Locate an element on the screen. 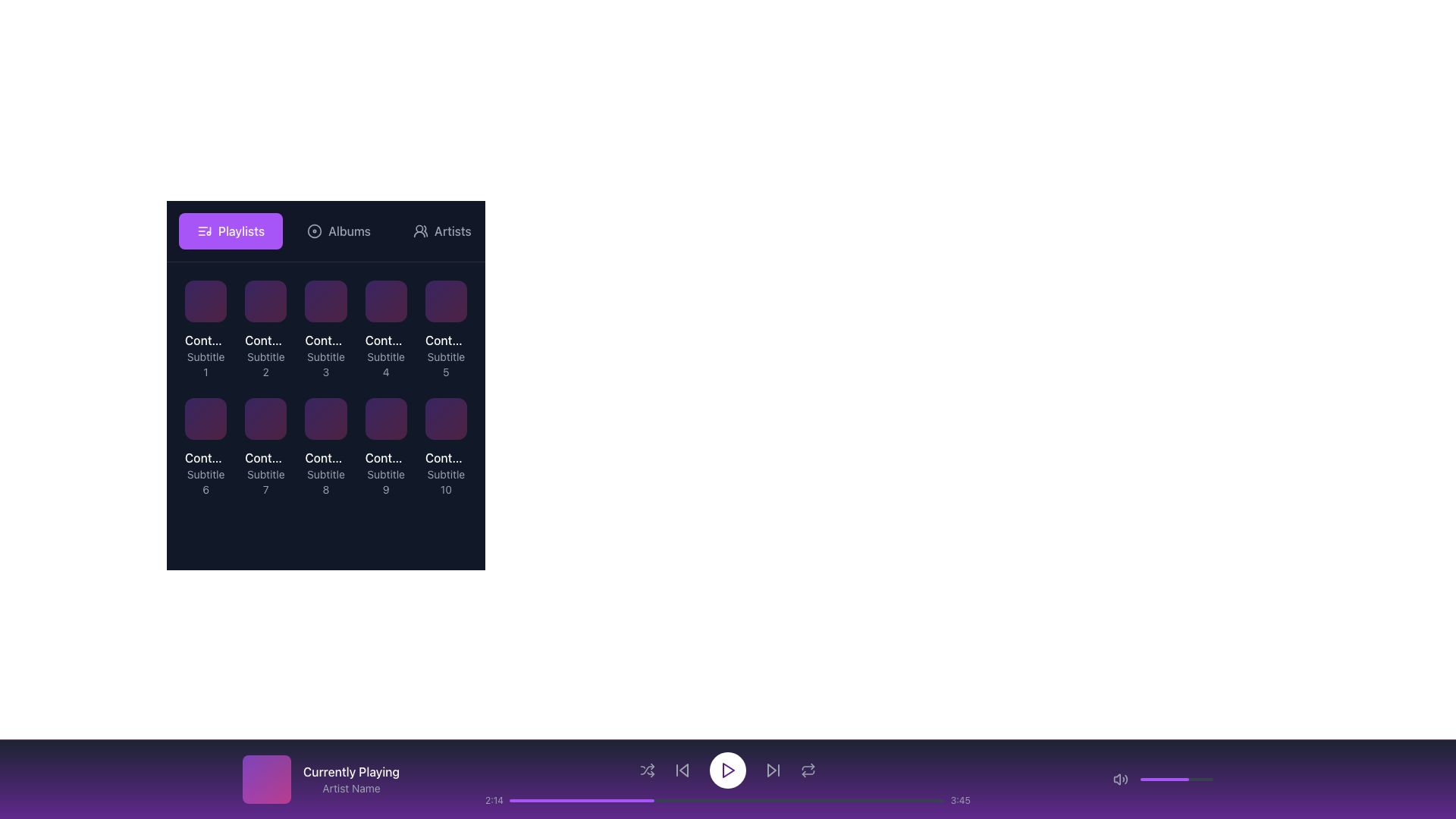 The width and height of the screenshot is (1456, 819). the descriptive subtitle text label located below 'Content Title 2' in the second row of the grid layout, which is centered in the second column is located at coordinates (265, 365).